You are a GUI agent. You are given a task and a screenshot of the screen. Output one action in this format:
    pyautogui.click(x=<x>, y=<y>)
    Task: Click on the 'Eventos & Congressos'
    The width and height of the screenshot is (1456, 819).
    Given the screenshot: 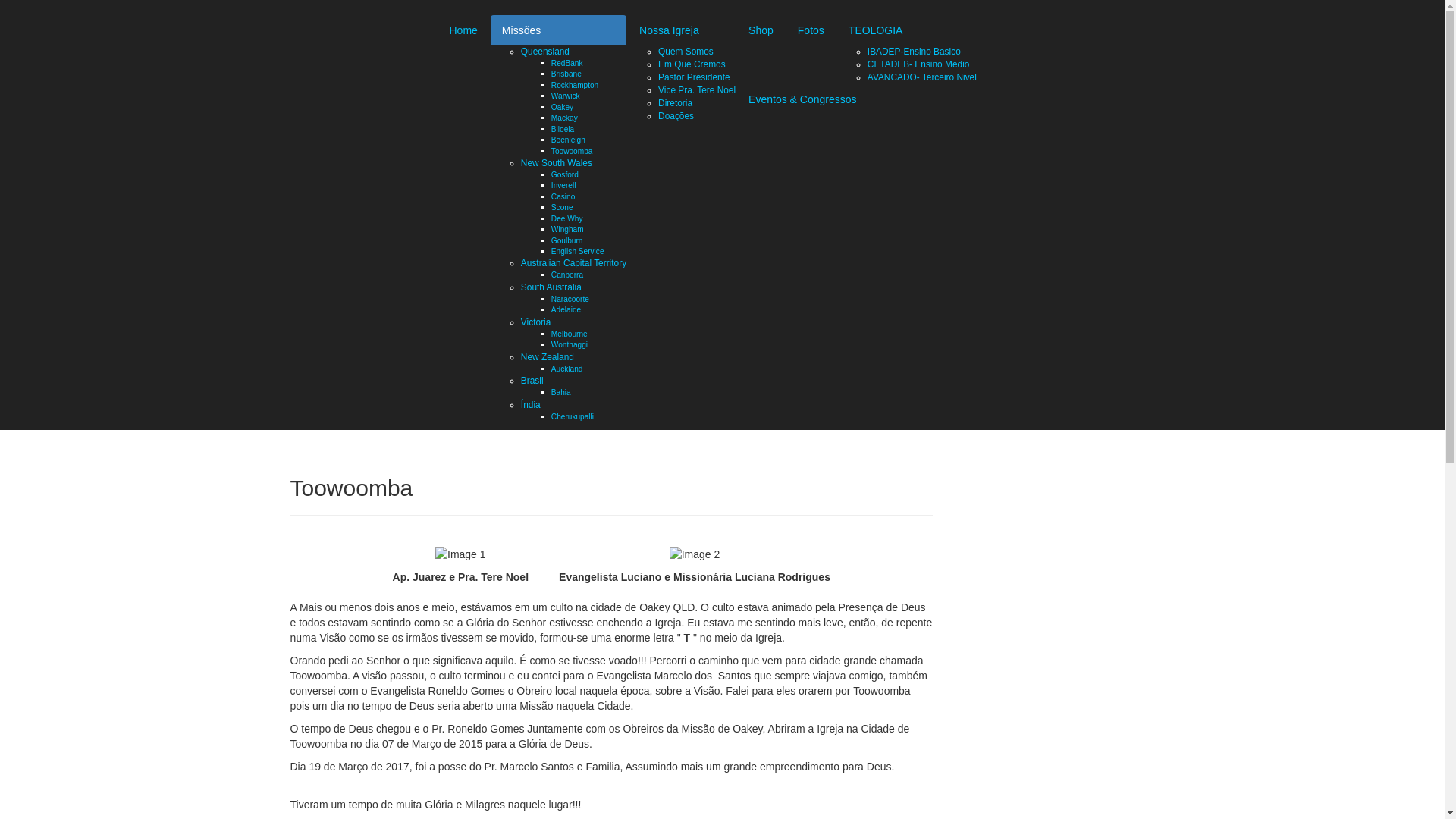 What is the action you would take?
    pyautogui.click(x=801, y=99)
    